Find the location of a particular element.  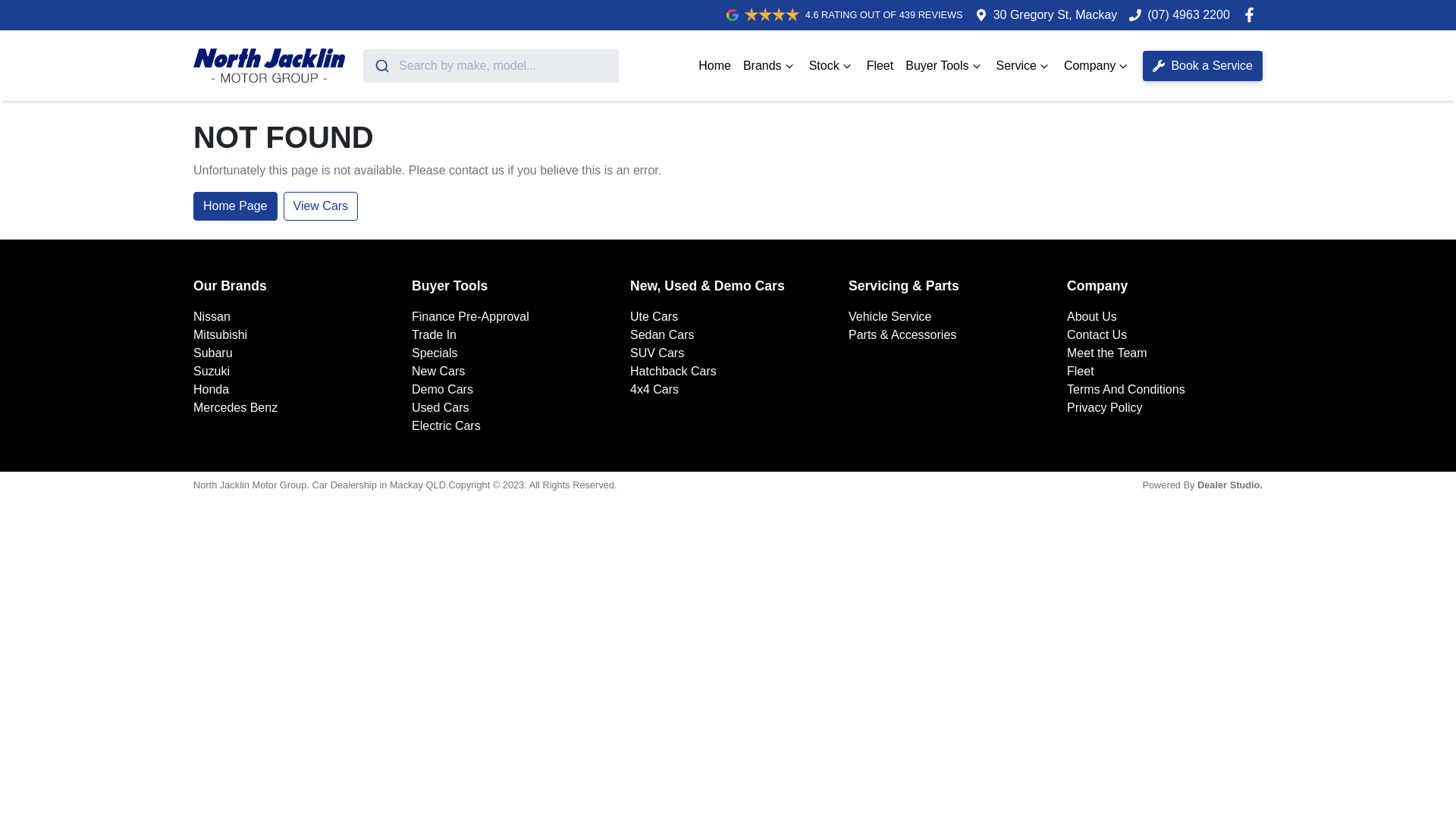

'Subaru' is located at coordinates (212, 353).